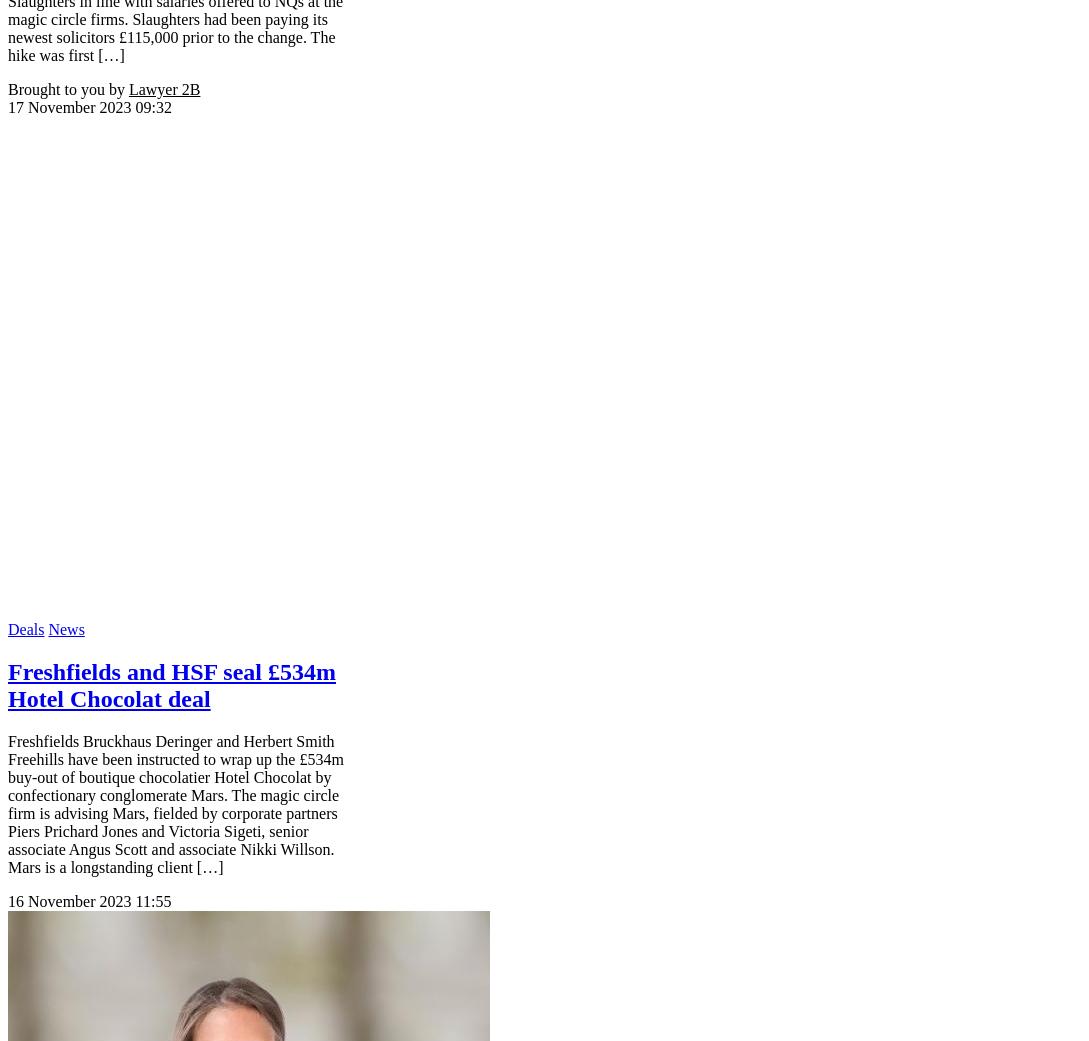 This screenshot has height=1041, width=1089. Describe the element at coordinates (7, 683) in the screenshot. I see `'Freshfields and HSF seal £534m Hotel Chocolat deal'` at that location.